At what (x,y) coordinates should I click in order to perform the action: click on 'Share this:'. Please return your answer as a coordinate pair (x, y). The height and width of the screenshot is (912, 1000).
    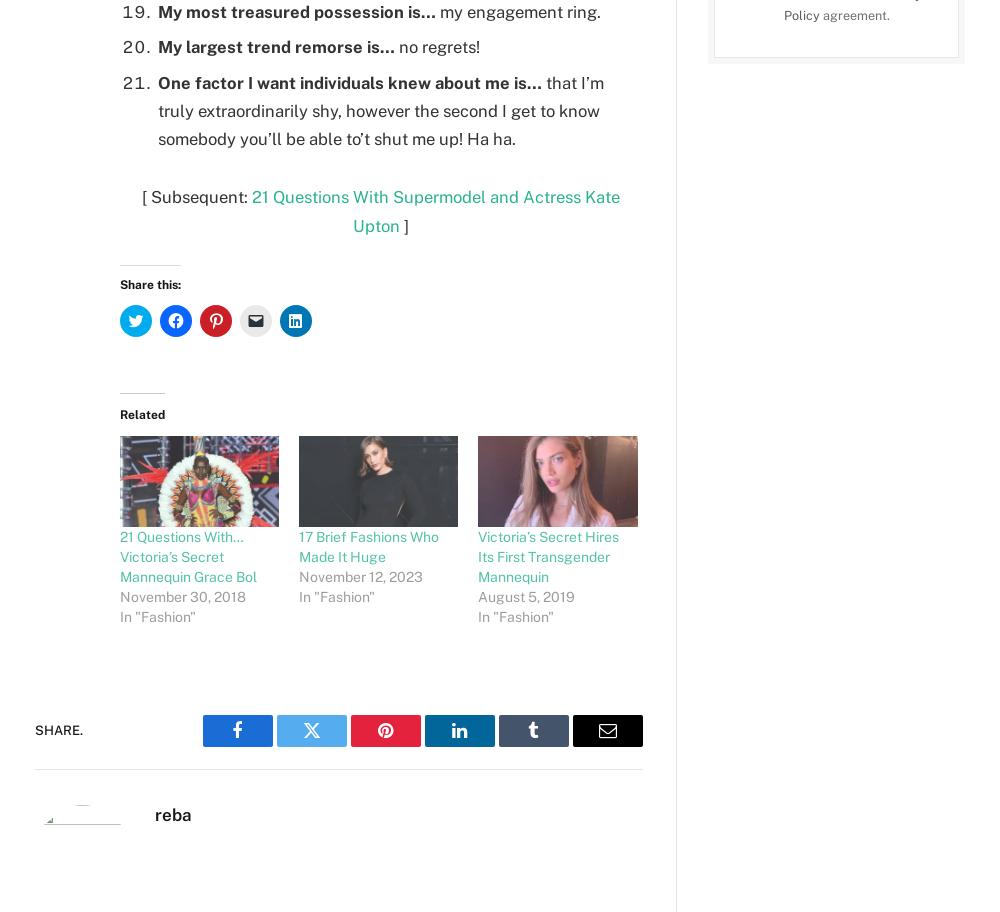
    Looking at the image, I should click on (150, 284).